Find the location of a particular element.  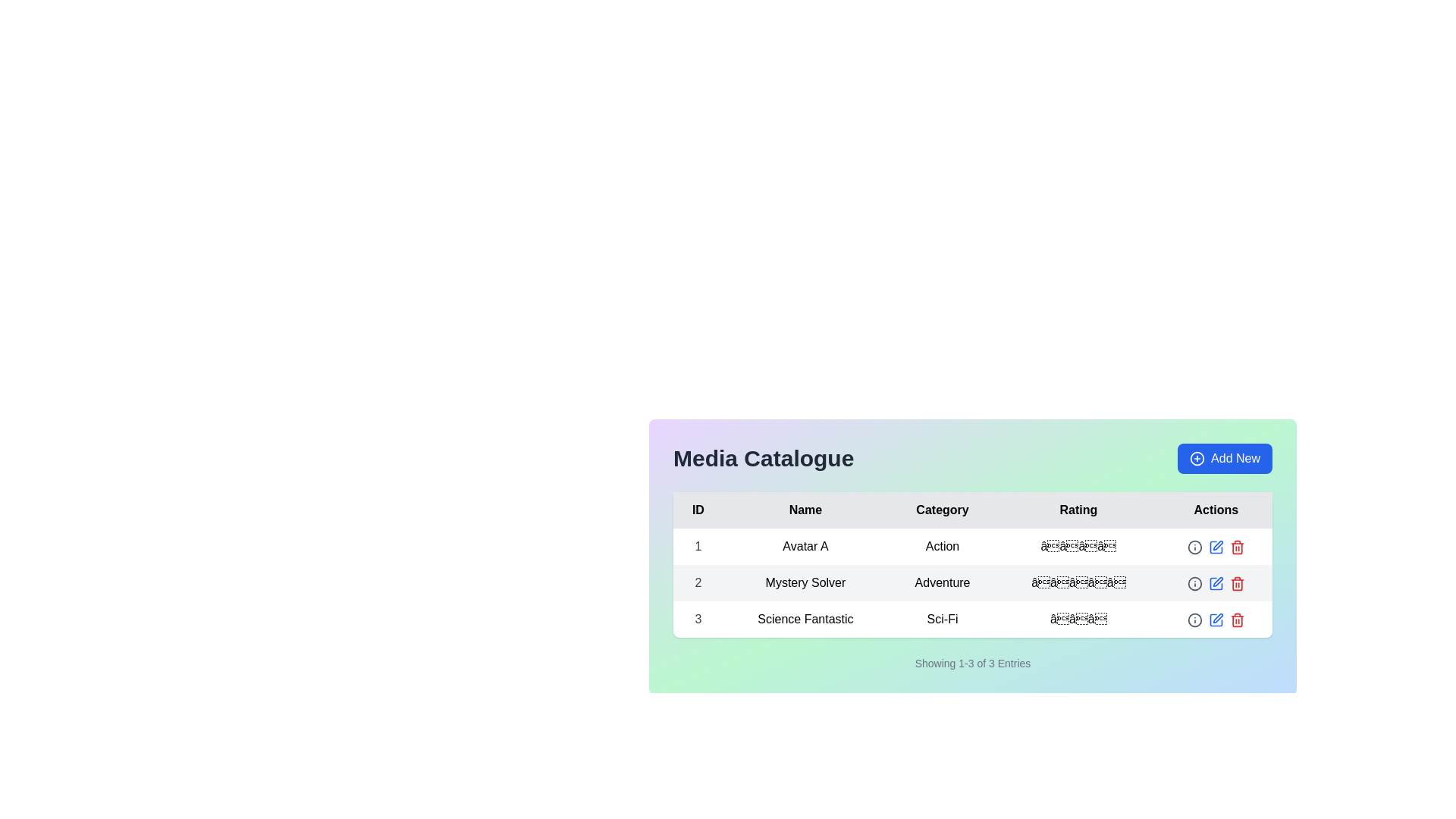

the text label 'Science Fantastic' located in the third row under the 'Name' column of the 'Media Catalogue' table is located at coordinates (805, 620).